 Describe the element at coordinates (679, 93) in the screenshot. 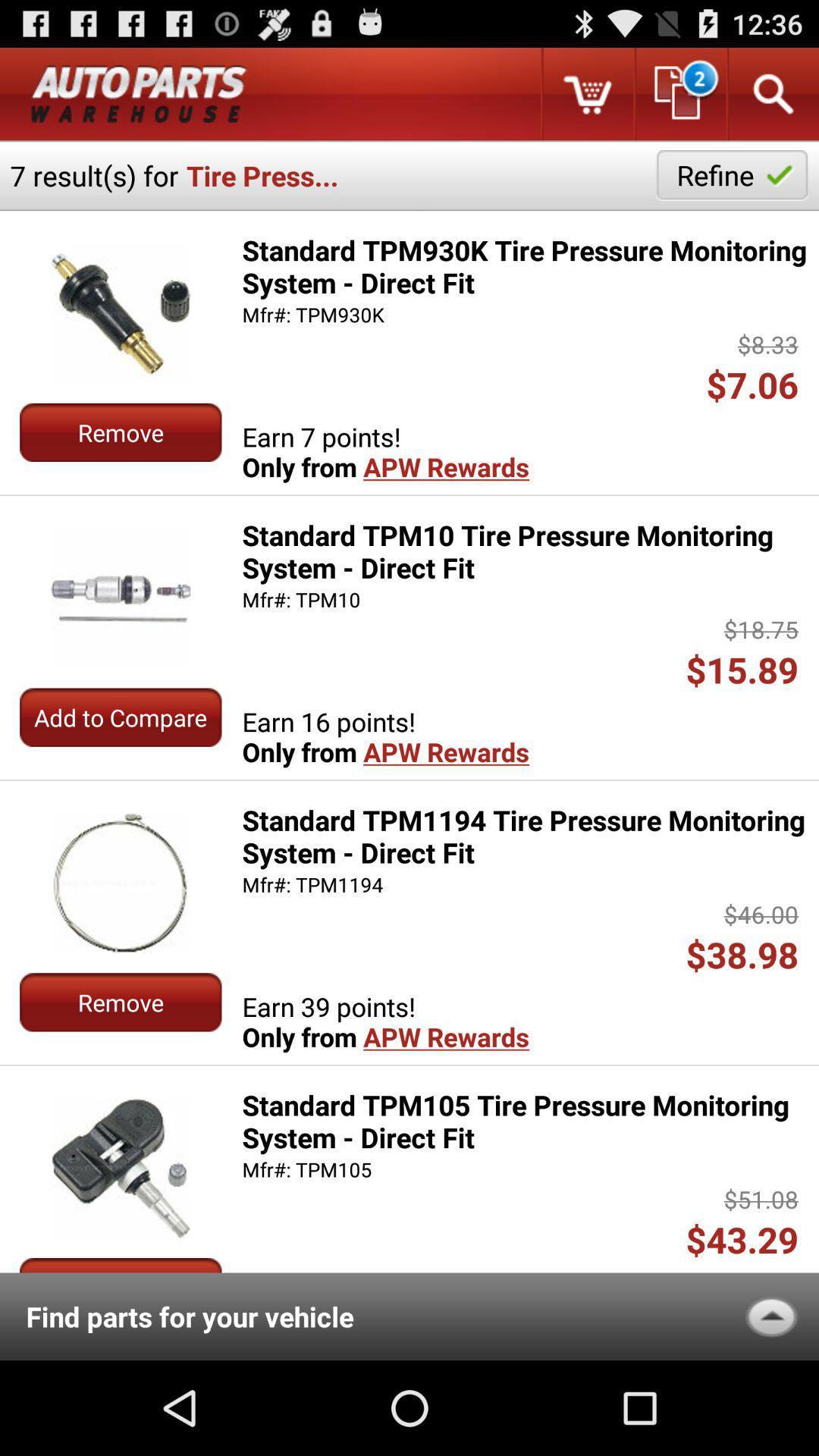

I see `total message in button` at that location.